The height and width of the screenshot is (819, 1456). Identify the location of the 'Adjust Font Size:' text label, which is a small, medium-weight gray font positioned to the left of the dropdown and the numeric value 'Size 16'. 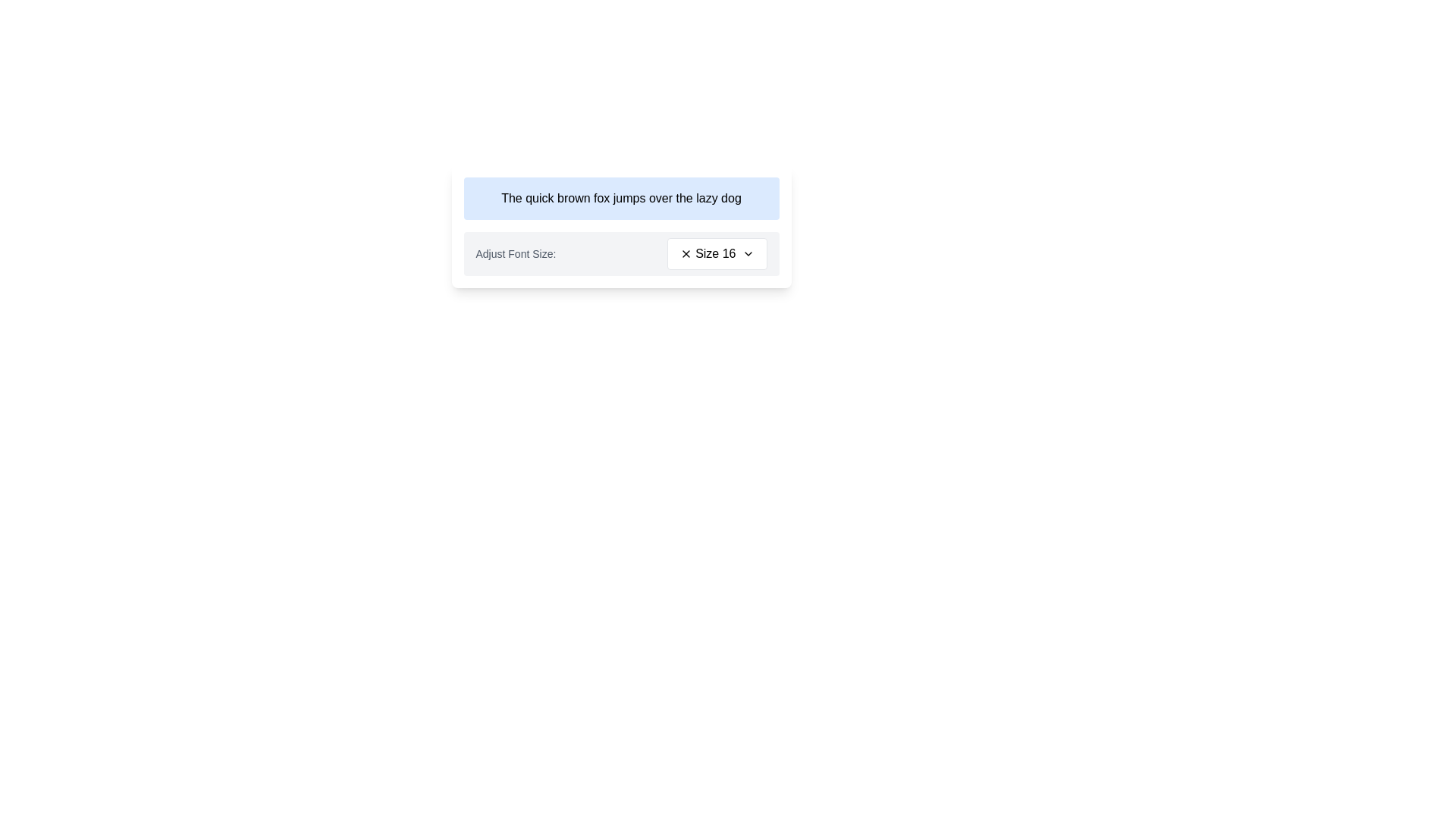
(516, 253).